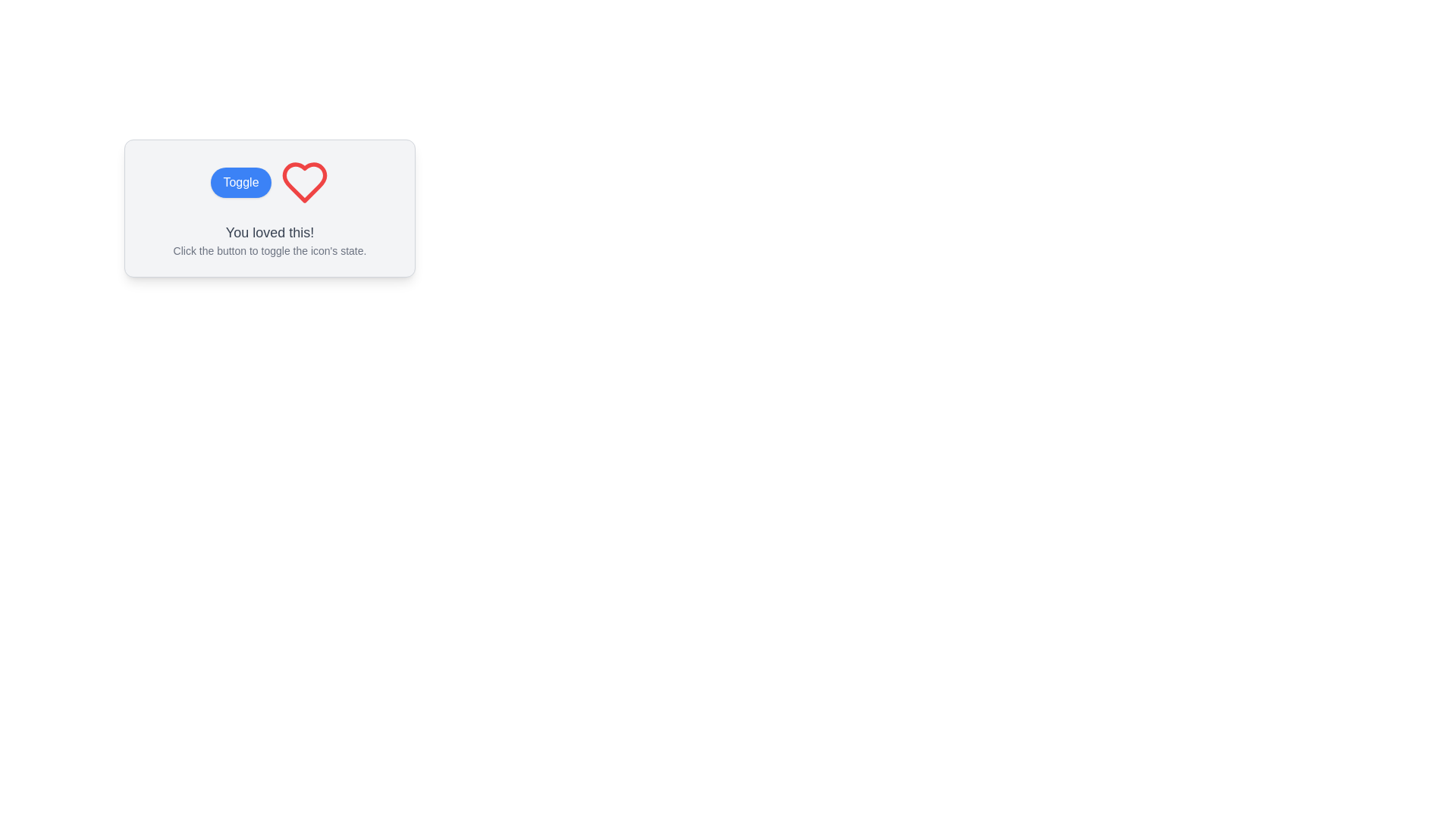 The width and height of the screenshot is (1456, 819). I want to click on the rounded rectangular blue button labeled 'Toggle', so click(240, 181).